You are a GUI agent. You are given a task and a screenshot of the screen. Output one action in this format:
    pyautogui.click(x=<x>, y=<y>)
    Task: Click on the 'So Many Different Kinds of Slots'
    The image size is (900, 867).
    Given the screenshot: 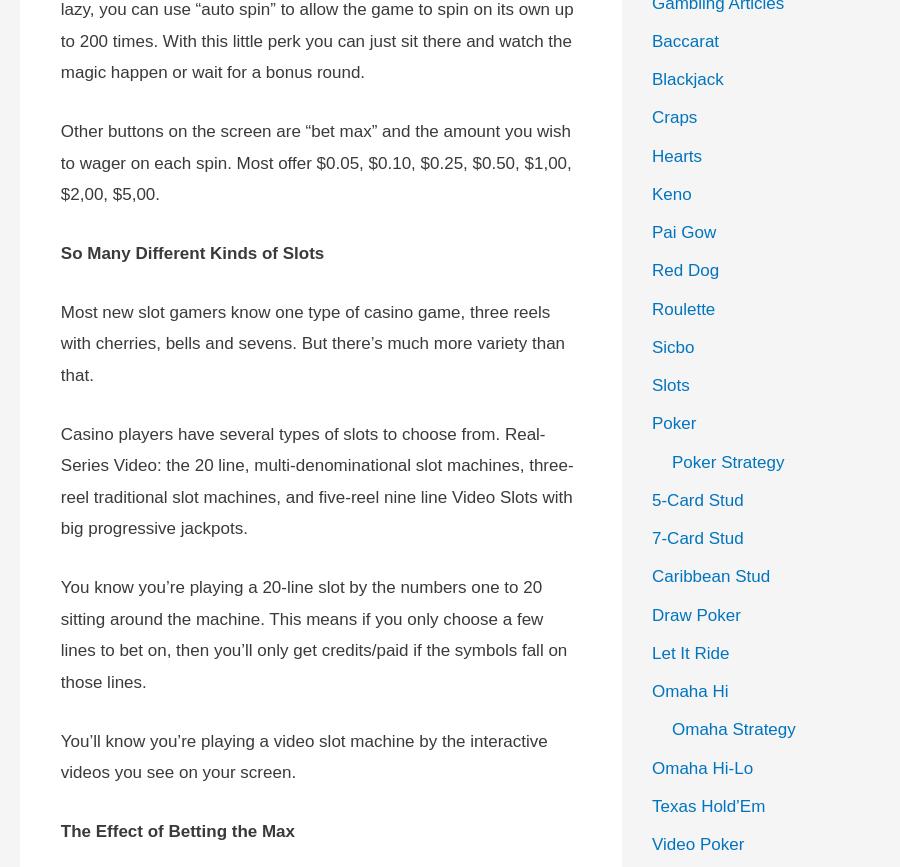 What is the action you would take?
    pyautogui.click(x=191, y=253)
    